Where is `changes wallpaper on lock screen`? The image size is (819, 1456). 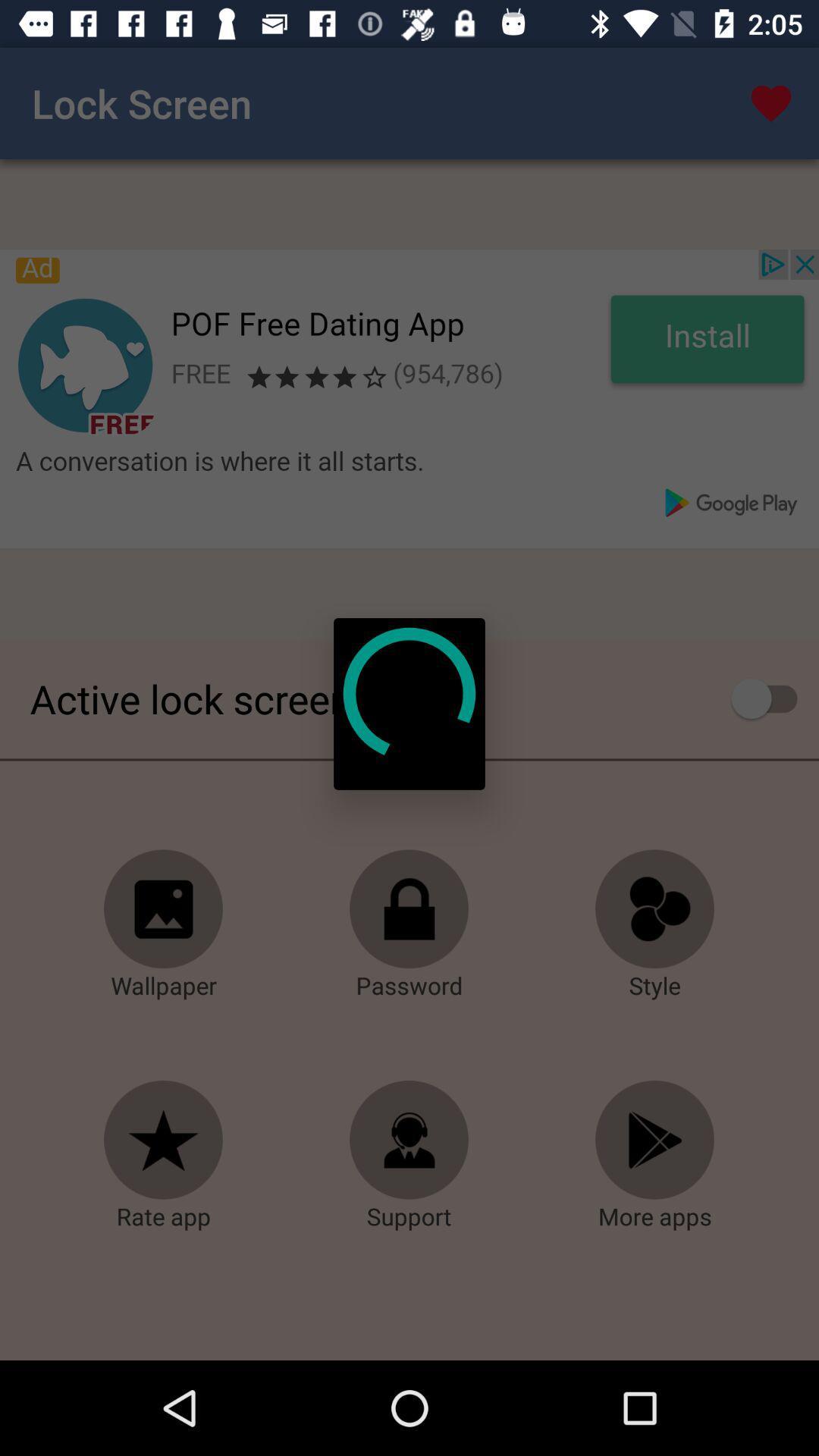 changes wallpaper on lock screen is located at coordinates (164, 909).